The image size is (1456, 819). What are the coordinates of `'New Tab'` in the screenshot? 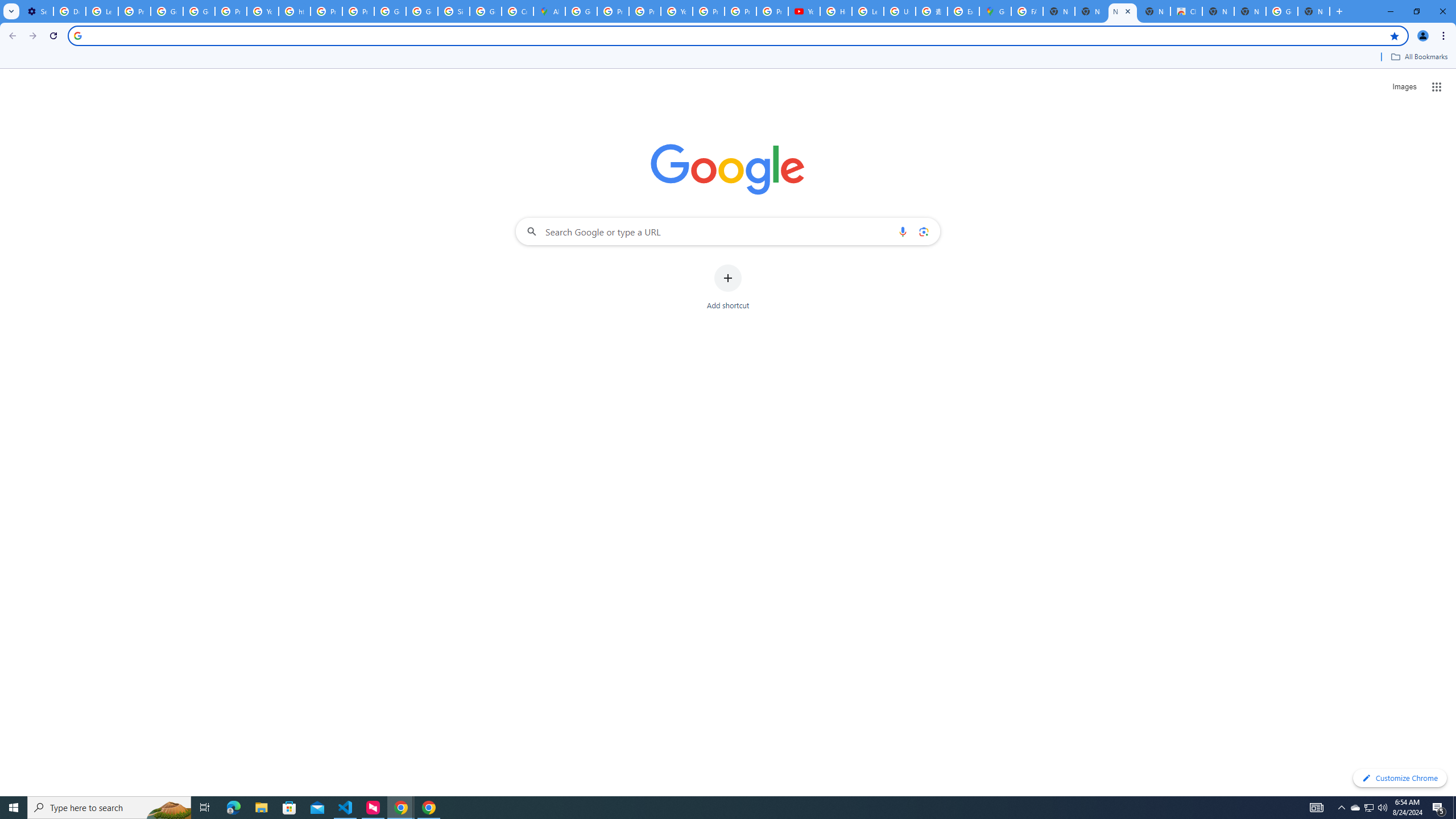 It's located at (1250, 11).